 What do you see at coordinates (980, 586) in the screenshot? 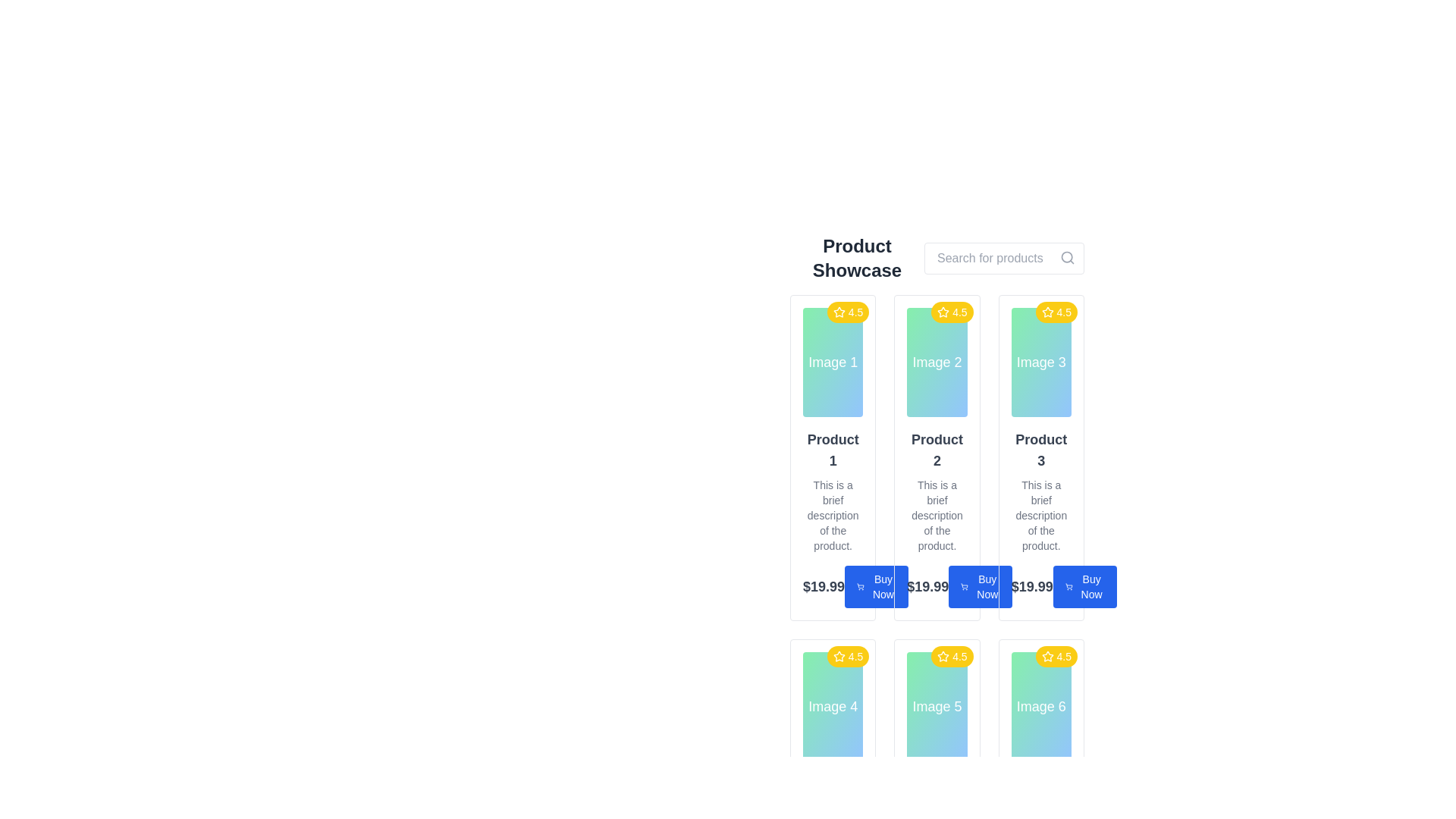
I see `the purchase button located at the bottom-right side of the third product card` at bounding box center [980, 586].